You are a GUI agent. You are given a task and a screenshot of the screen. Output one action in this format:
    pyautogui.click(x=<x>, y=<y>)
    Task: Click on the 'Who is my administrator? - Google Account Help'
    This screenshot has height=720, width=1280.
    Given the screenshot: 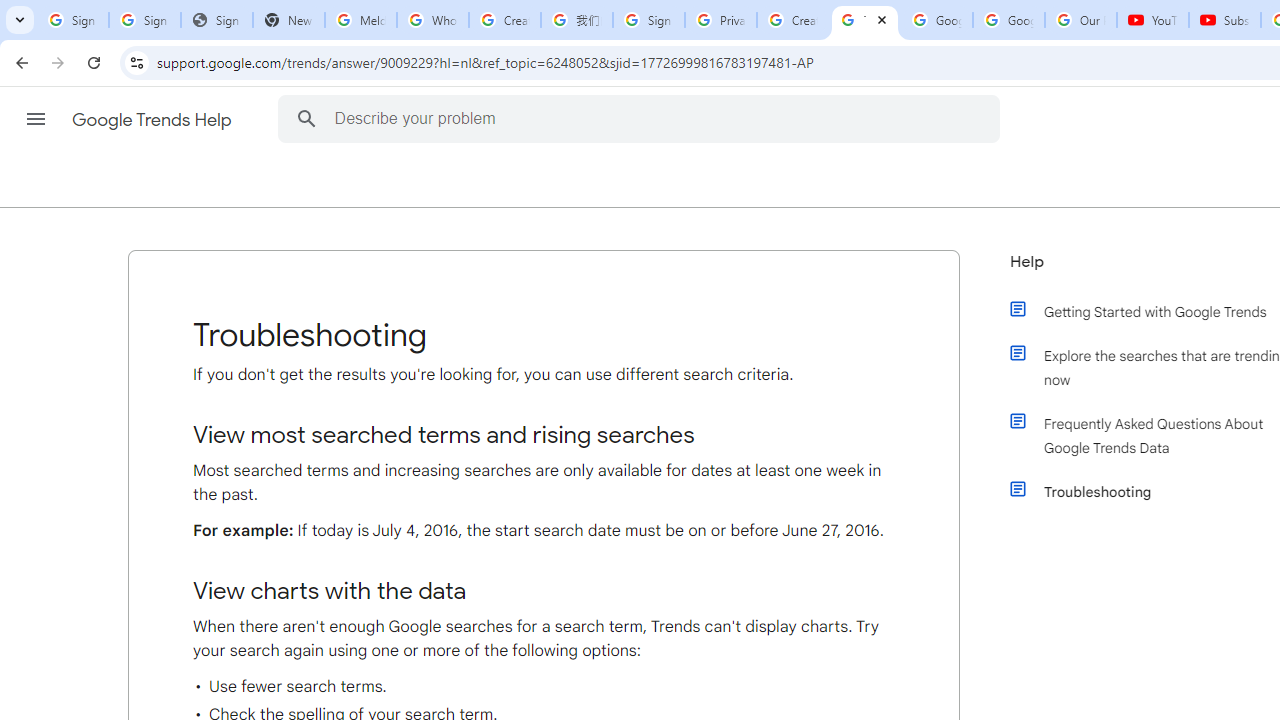 What is the action you would take?
    pyautogui.click(x=431, y=20)
    